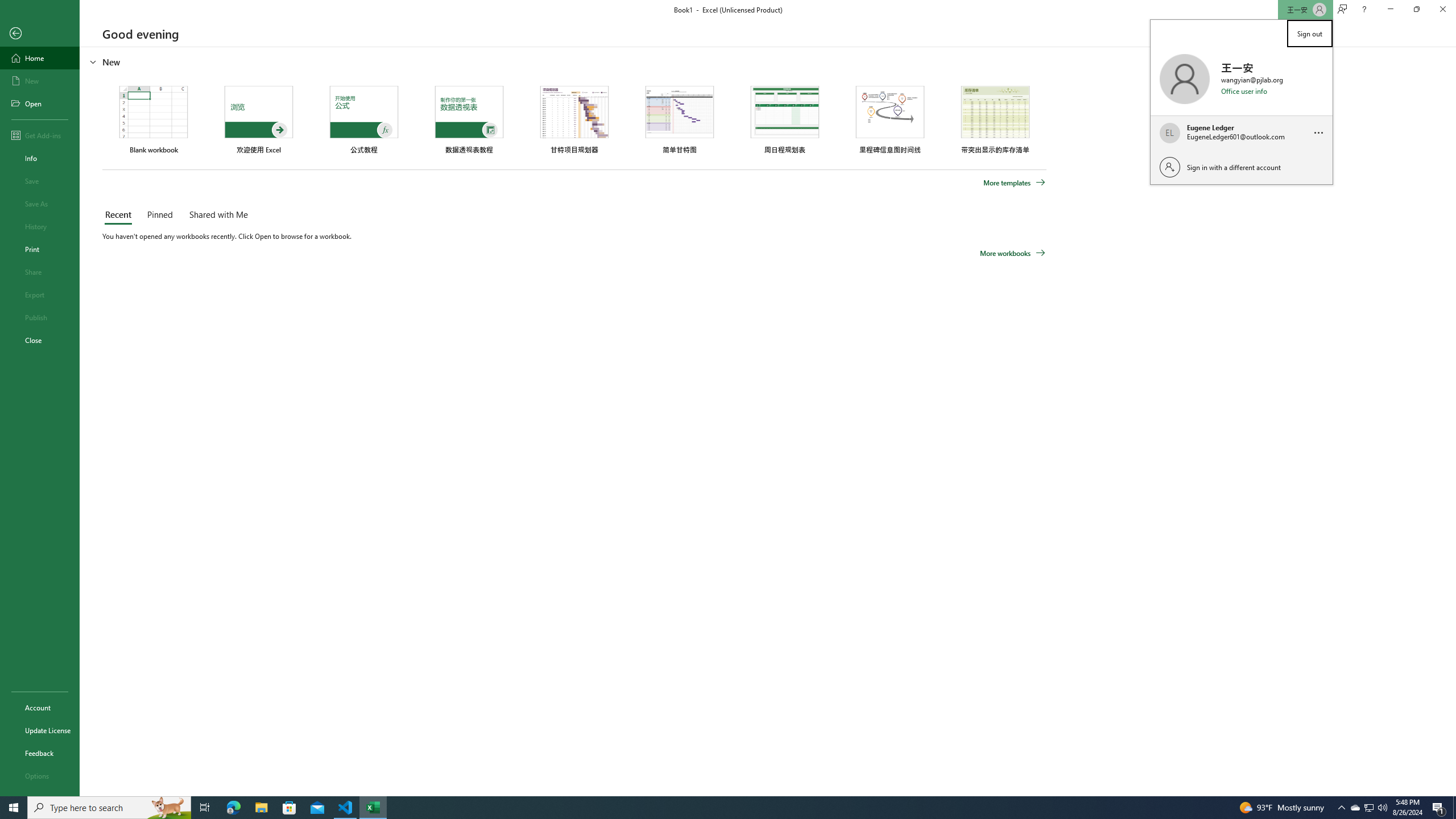 This screenshot has width=1456, height=819. Describe the element at coordinates (289, 806) in the screenshot. I see `'Microsoft Store'` at that location.